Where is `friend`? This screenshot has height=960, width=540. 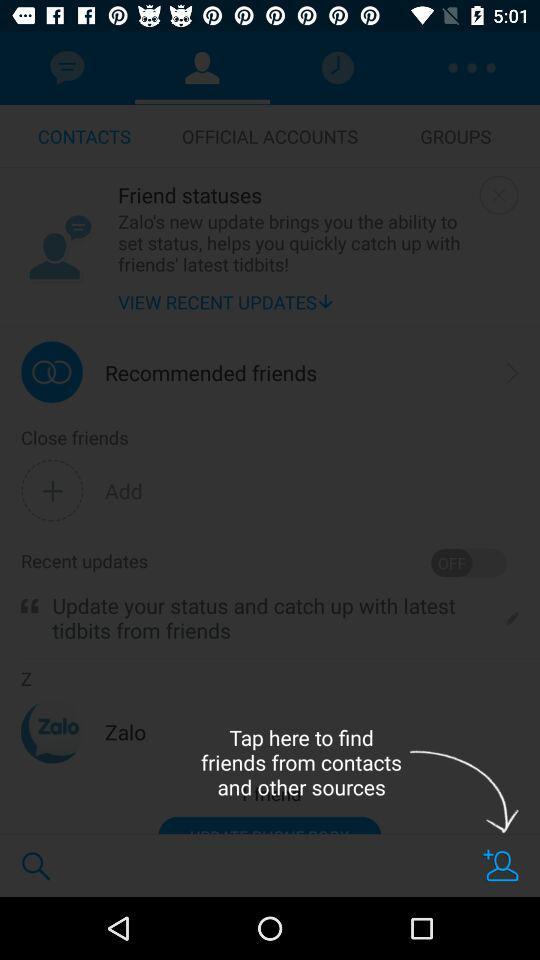 friend is located at coordinates (500, 864).